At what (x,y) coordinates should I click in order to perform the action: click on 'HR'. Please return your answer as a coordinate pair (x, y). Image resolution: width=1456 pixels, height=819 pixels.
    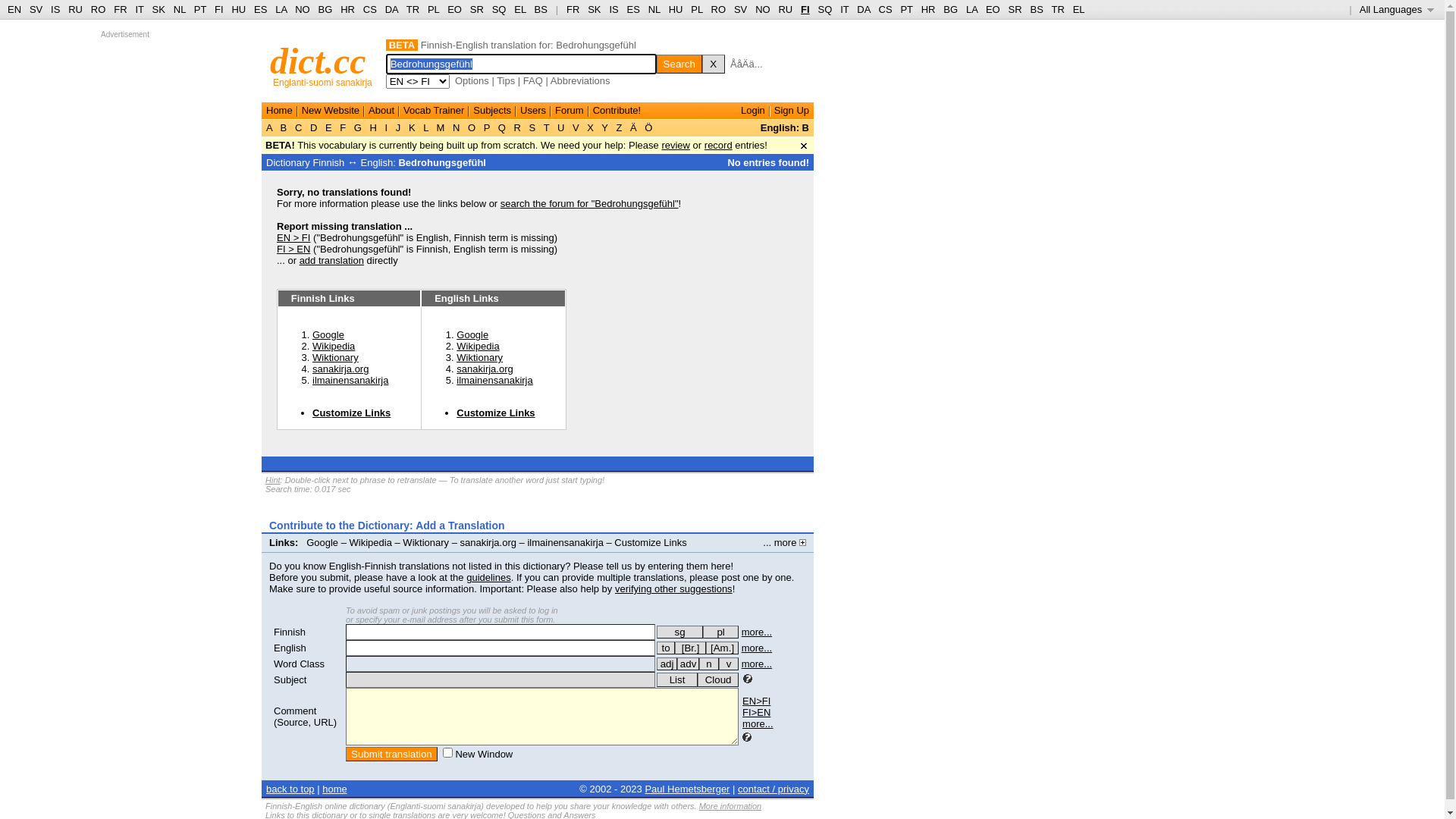
    Looking at the image, I should click on (927, 9).